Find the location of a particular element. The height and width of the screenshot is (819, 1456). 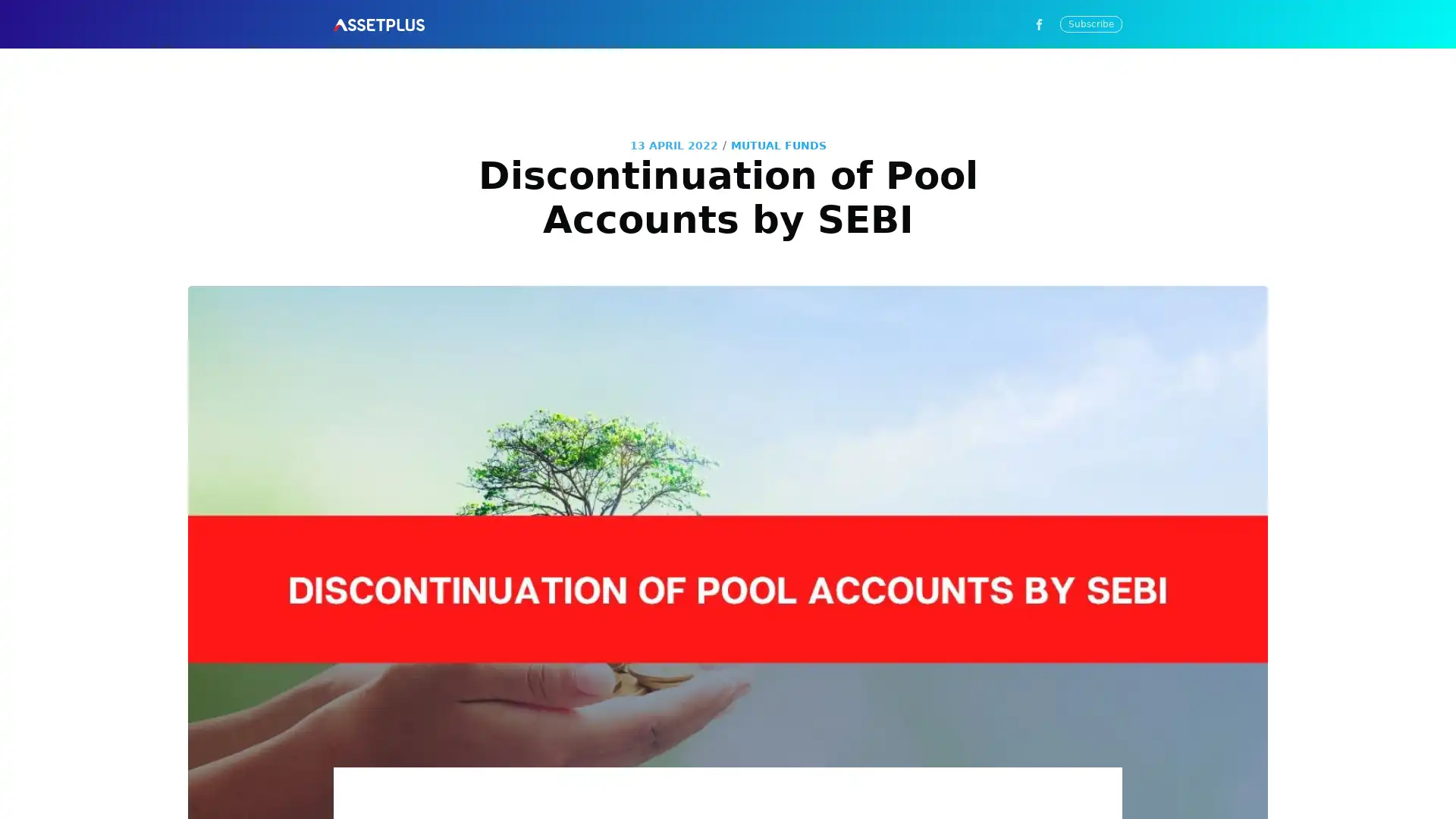

Subscribe is located at coordinates (866, 465).